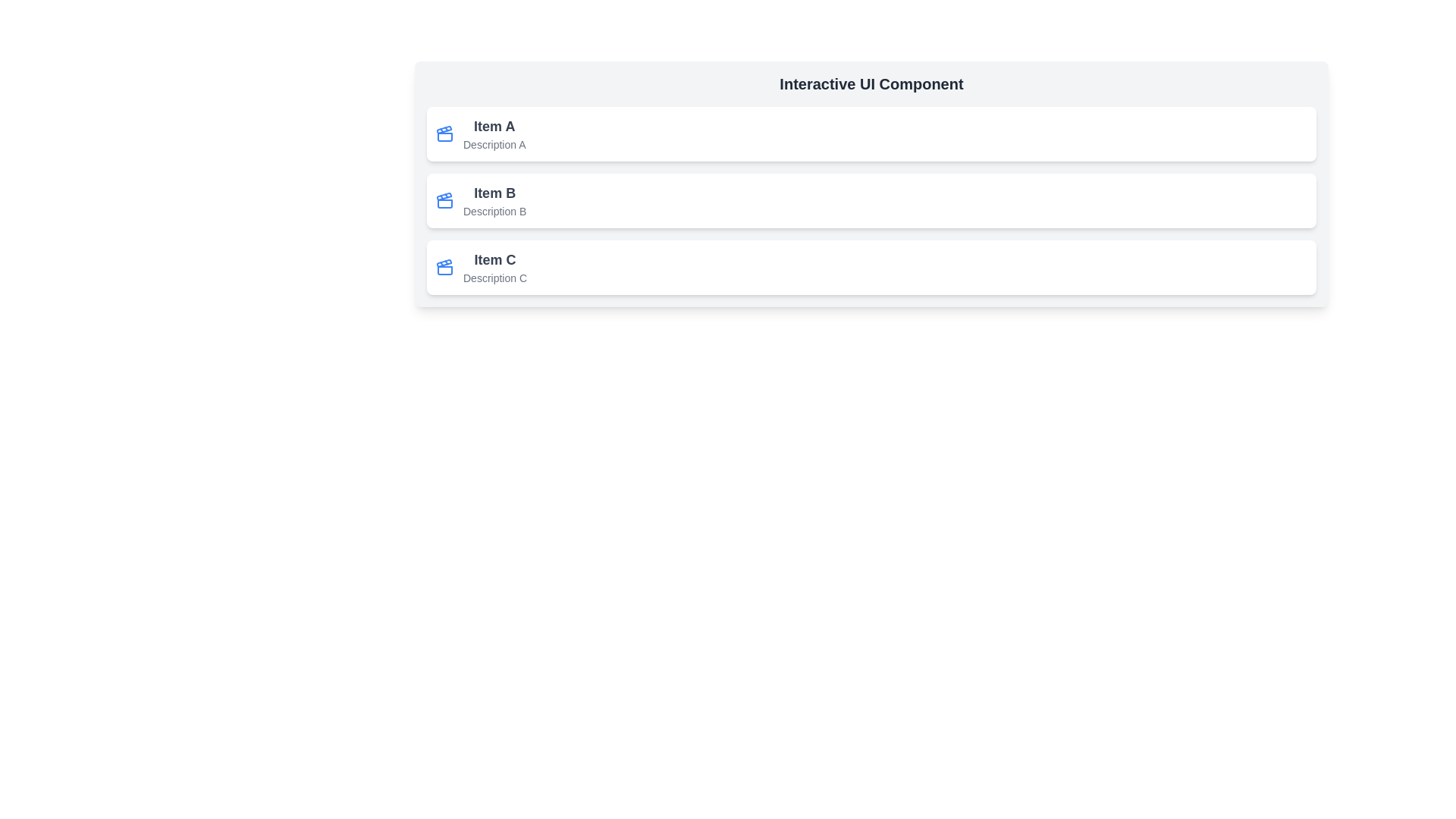 This screenshot has width=1456, height=819. What do you see at coordinates (494, 267) in the screenshot?
I see `the third list item titled 'Item C'` at bounding box center [494, 267].